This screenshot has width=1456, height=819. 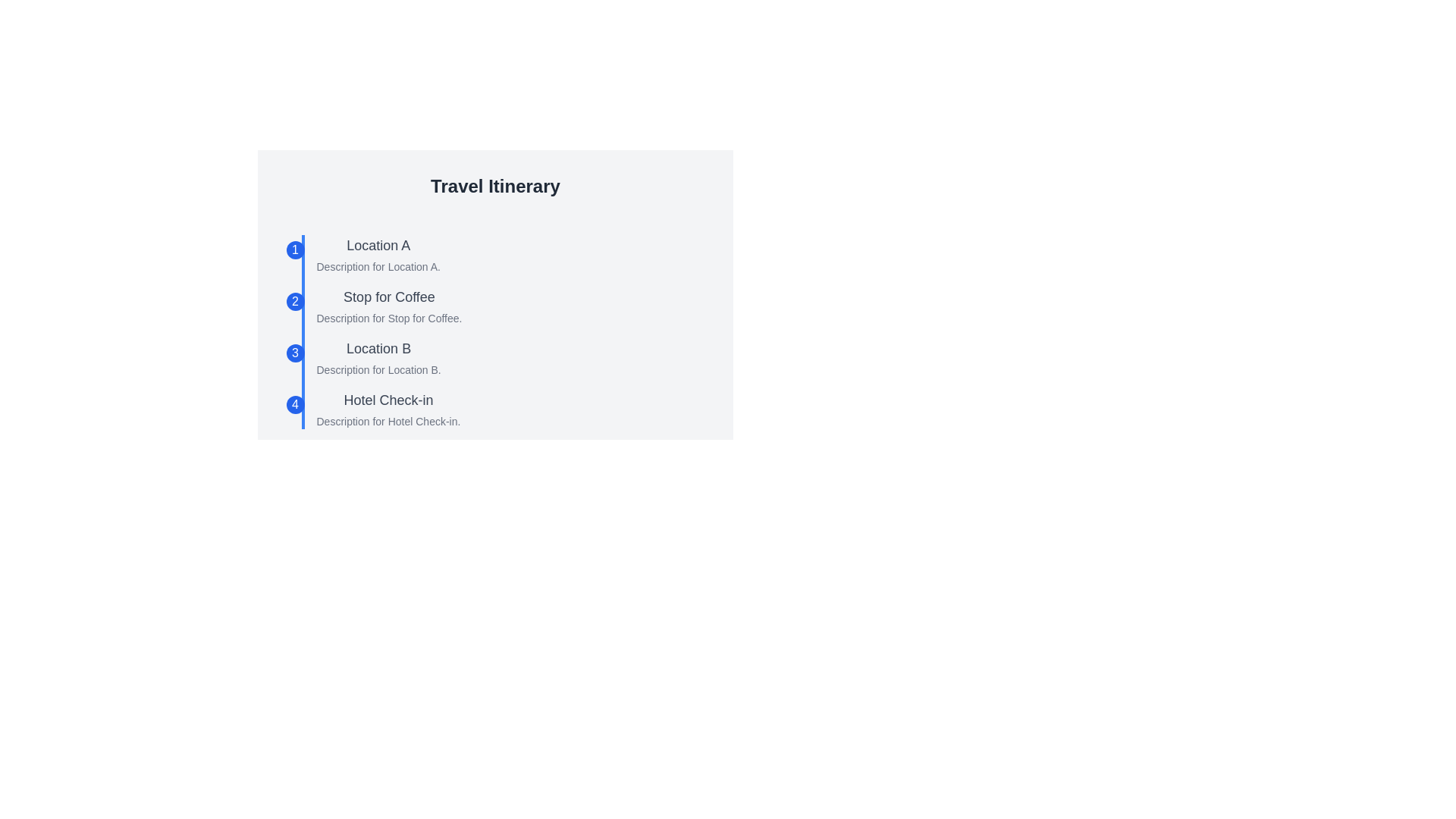 I want to click on the static informational text label providing details about the 'Hotel Check-in' step in the travel itinerary, so click(x=388, y=421).